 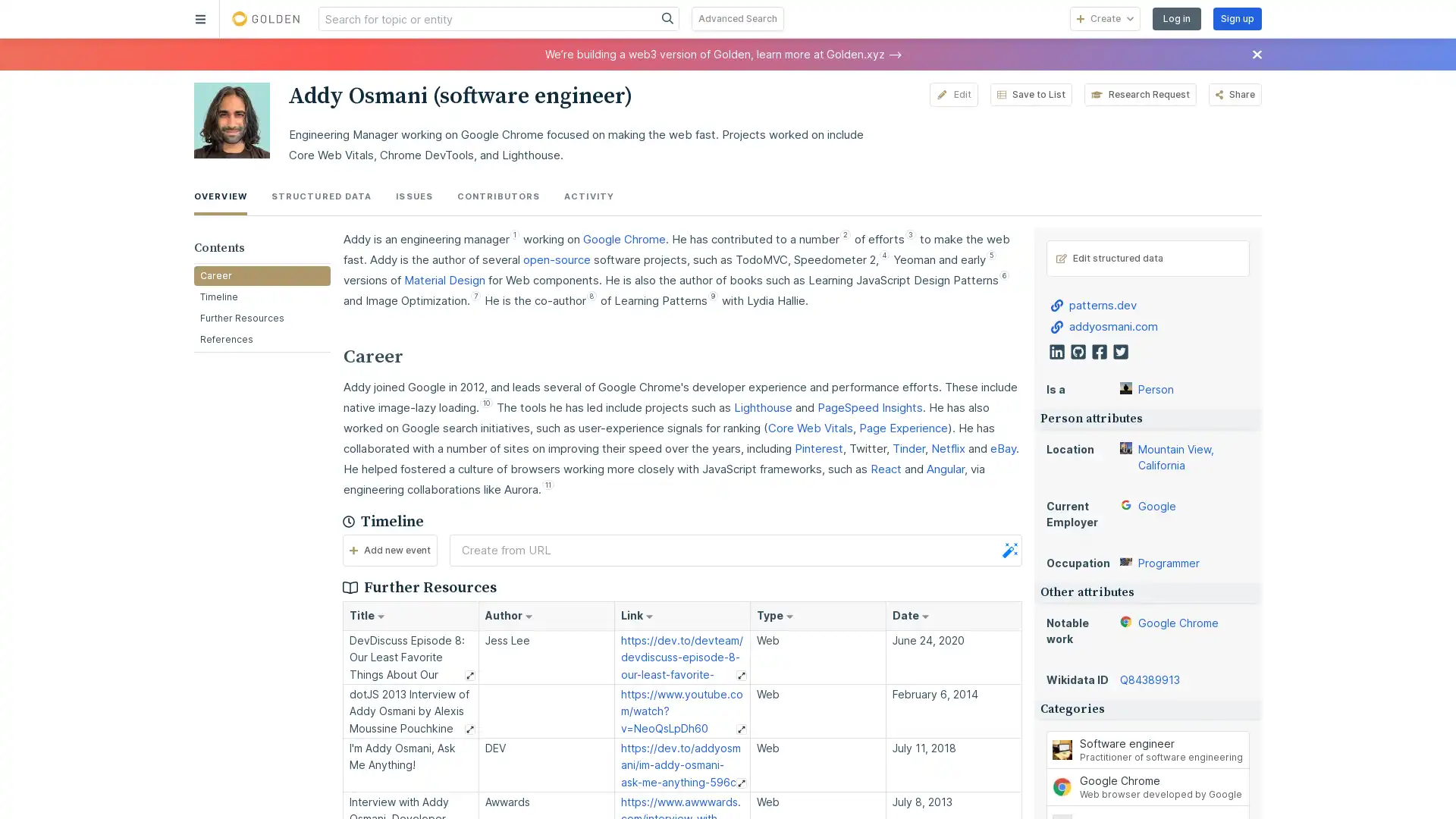 I want to click on Save to List, so click(x=1030, y=94).